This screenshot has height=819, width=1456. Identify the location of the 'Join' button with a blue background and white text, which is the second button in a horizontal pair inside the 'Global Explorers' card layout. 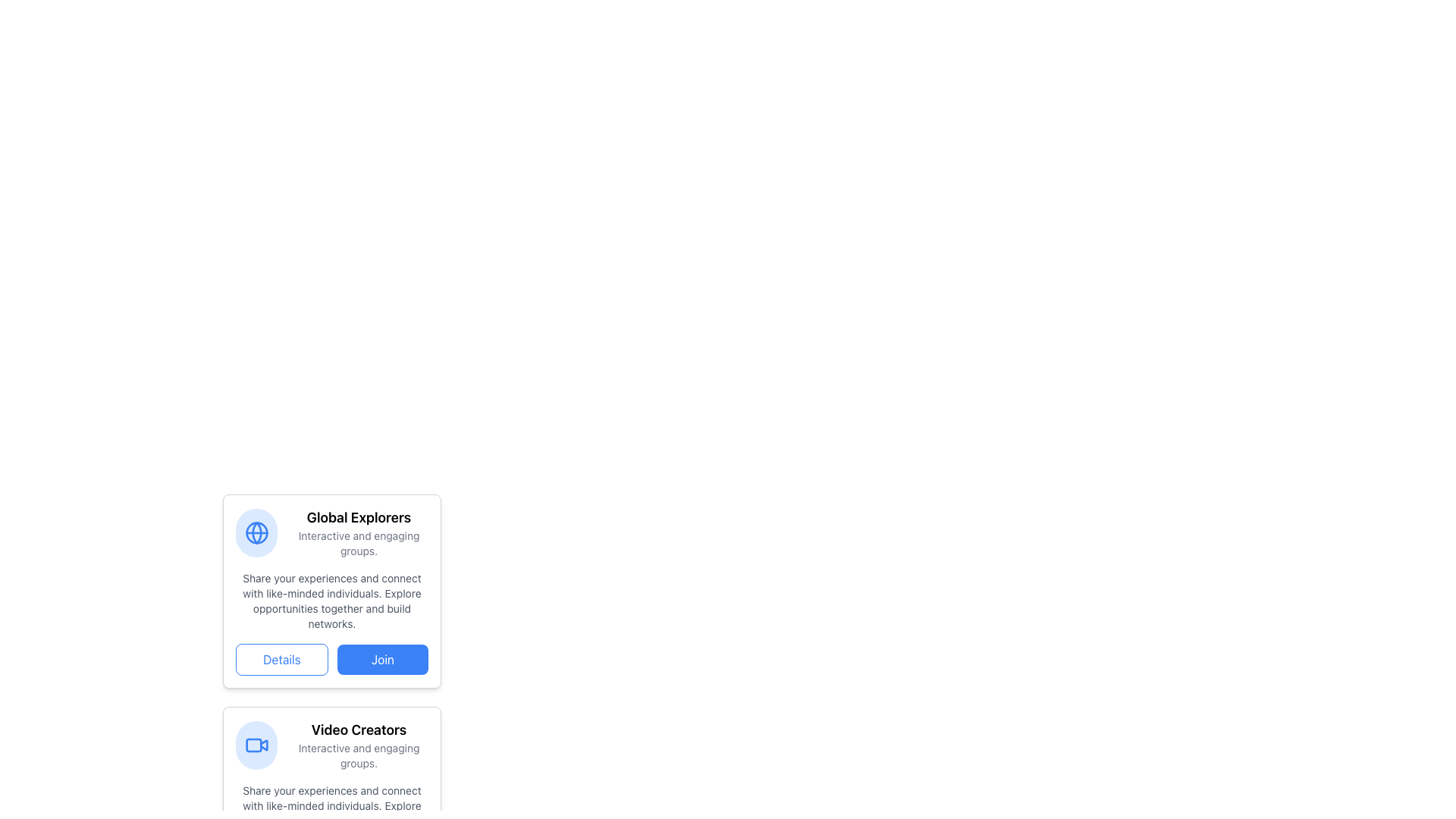
(382, 659).